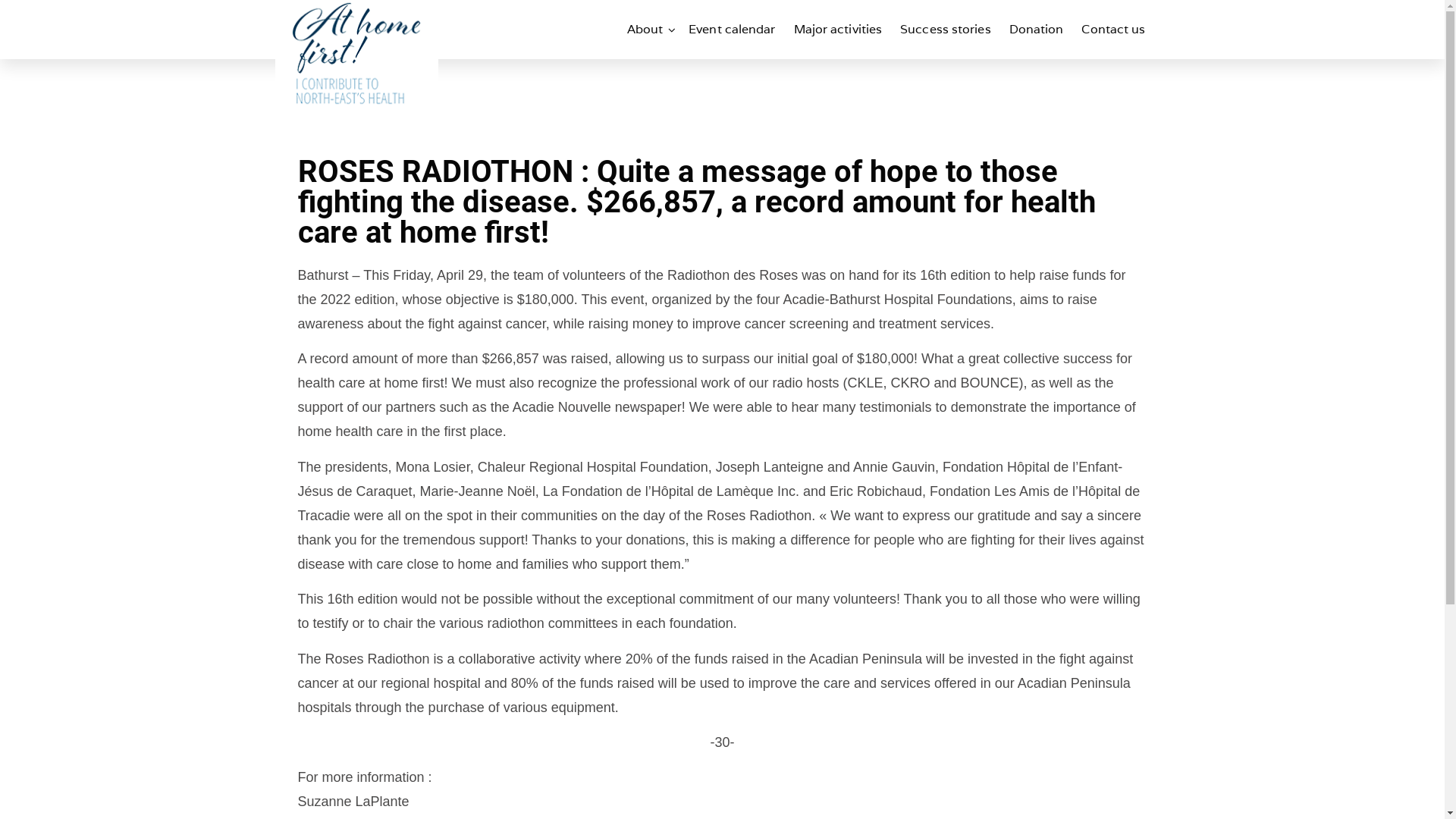 The width and height of the screenshot is (1456, 819). Describe the element at coordinates (648, 29) in the screenshot. I see `'About'` at that location.